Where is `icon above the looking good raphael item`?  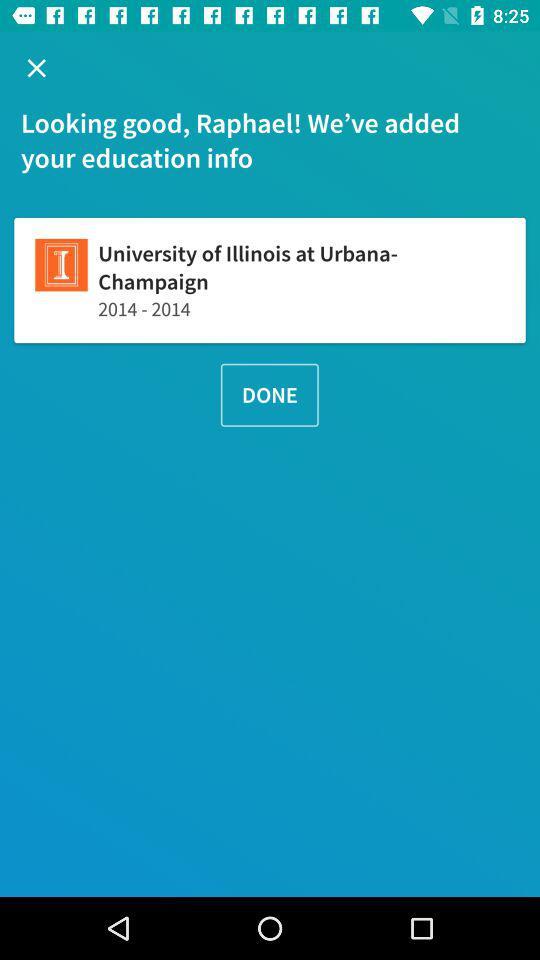
icon above the looking good raphael item is located at coordinates (36, 68).